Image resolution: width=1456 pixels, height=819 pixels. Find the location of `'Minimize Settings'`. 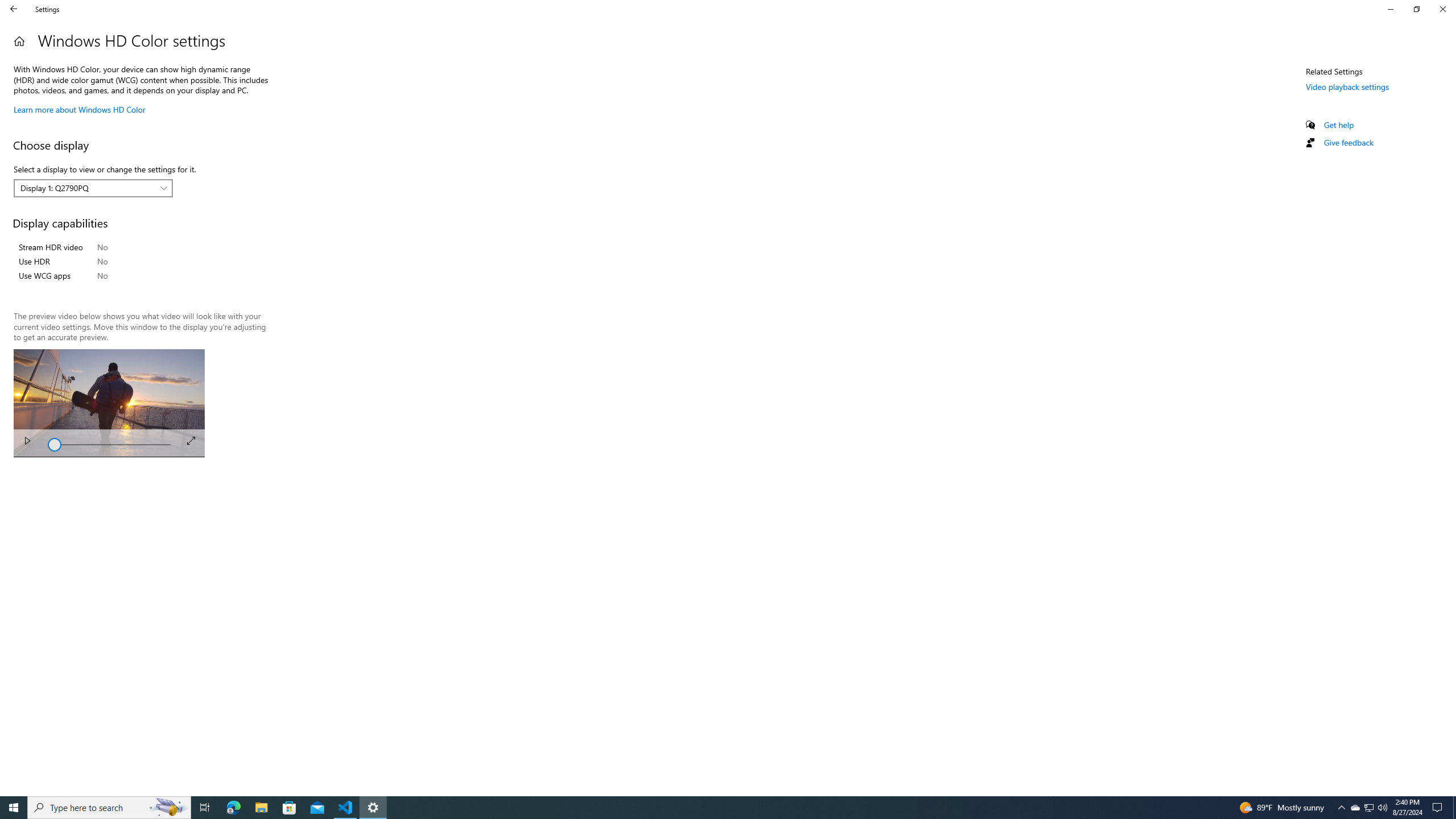

'Minimize Settings' is located at coordinates (1389, 9).